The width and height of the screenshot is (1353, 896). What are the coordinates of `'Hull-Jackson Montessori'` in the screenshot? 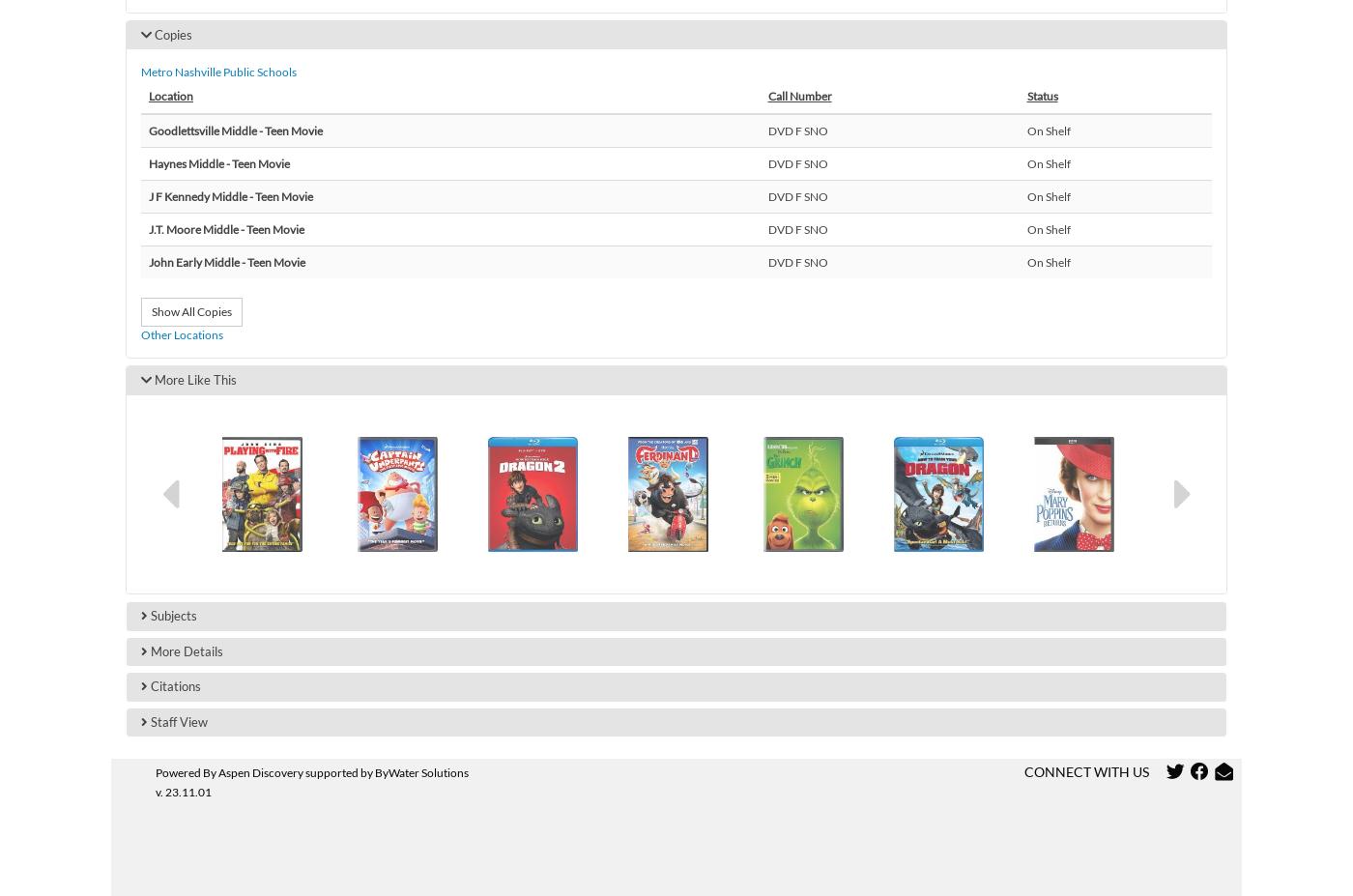 It's located at (273, 591).